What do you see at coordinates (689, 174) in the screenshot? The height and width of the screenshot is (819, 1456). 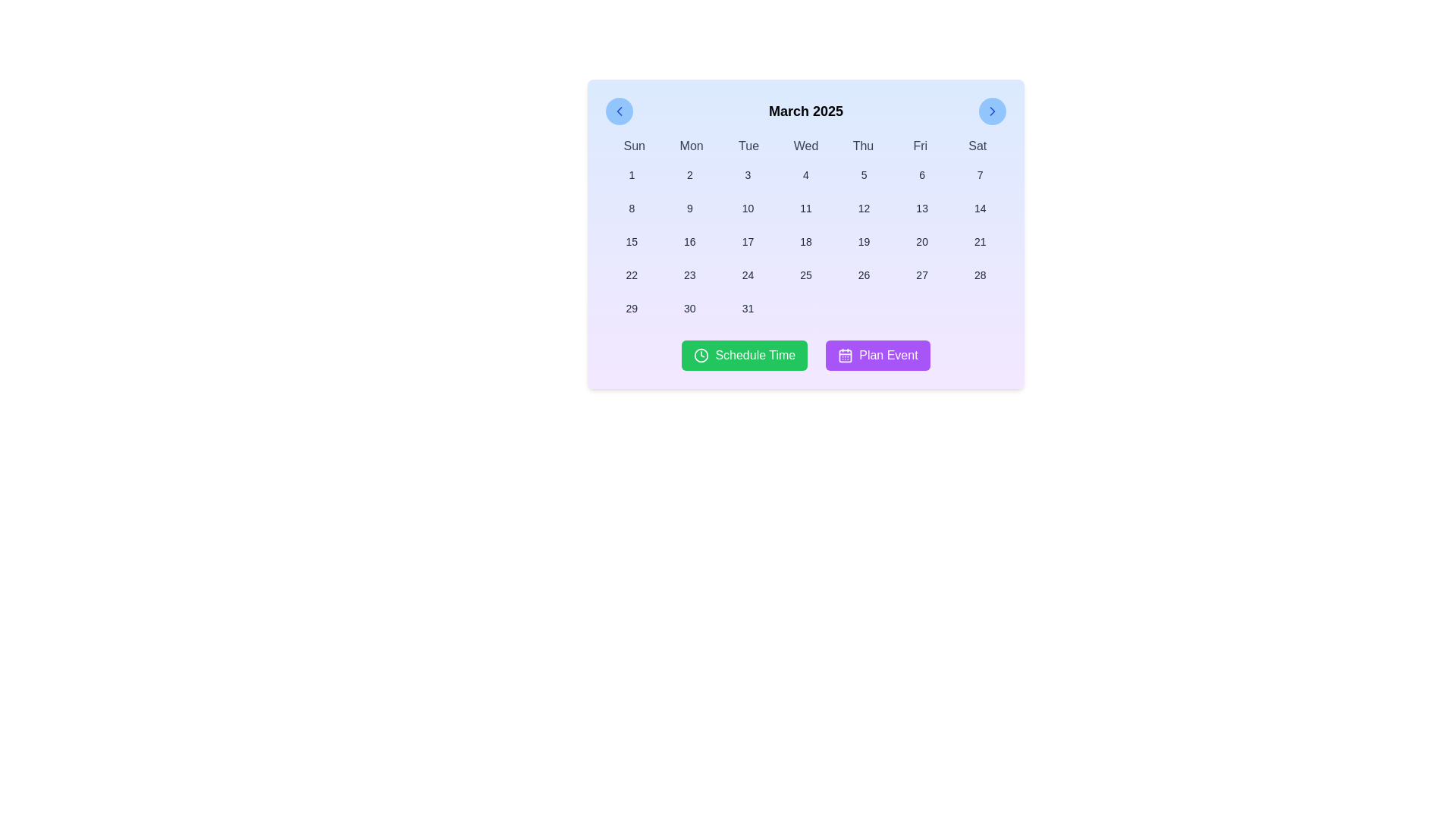 I see `the button representing the second day of the displayed month in the calendar view` at bounding box center [689, 174].